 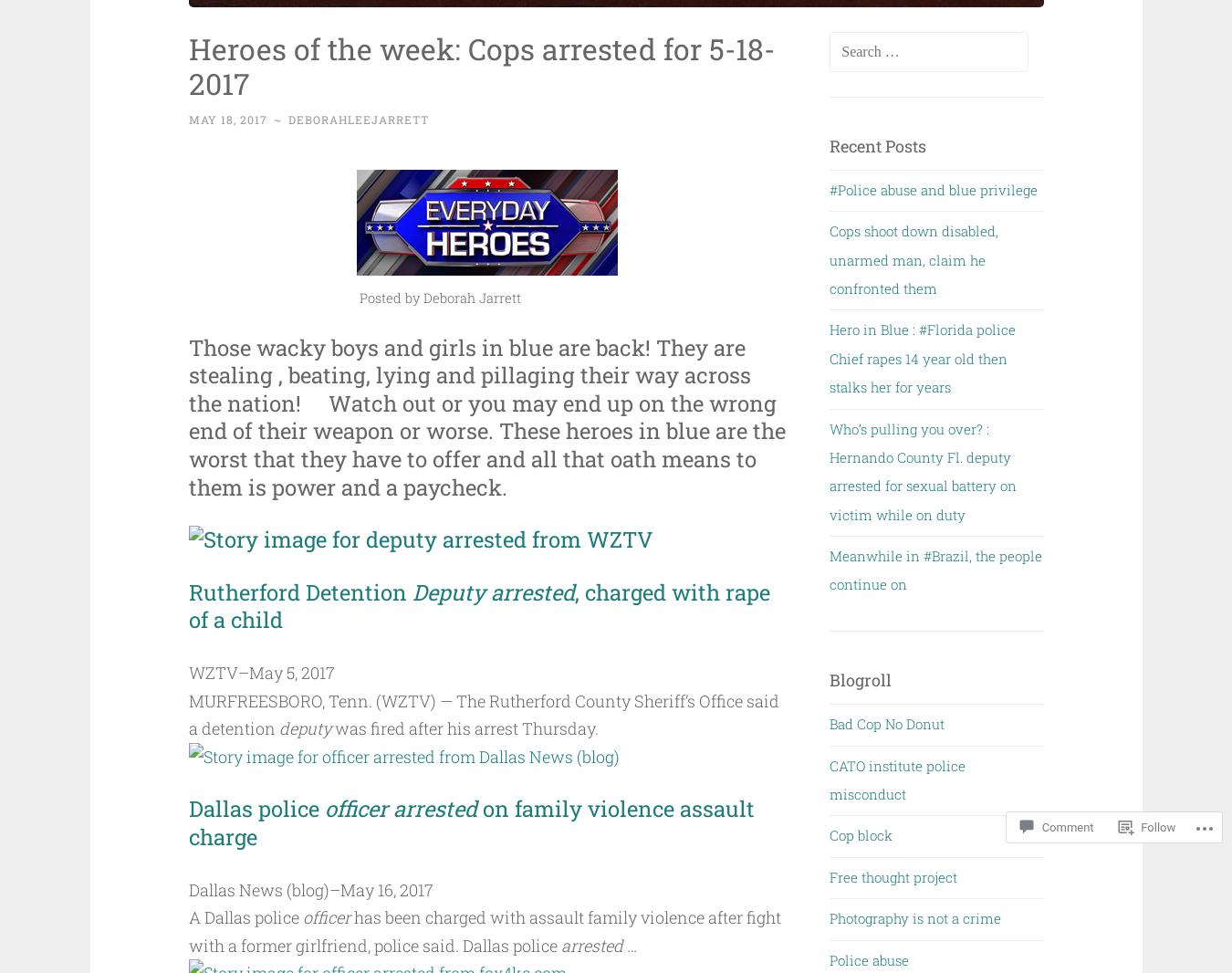 I want to click on 'Those wacky boys and girls in blue are back! They are stealing , beating, lying and pillaging their way across the nation!     Watch out or you may end up on the wrong end of their weapon or worse. These heroes in blue are the worst that they have to offer and all that oath means to them is power and a paycheck.', so click(x=485, y=416).